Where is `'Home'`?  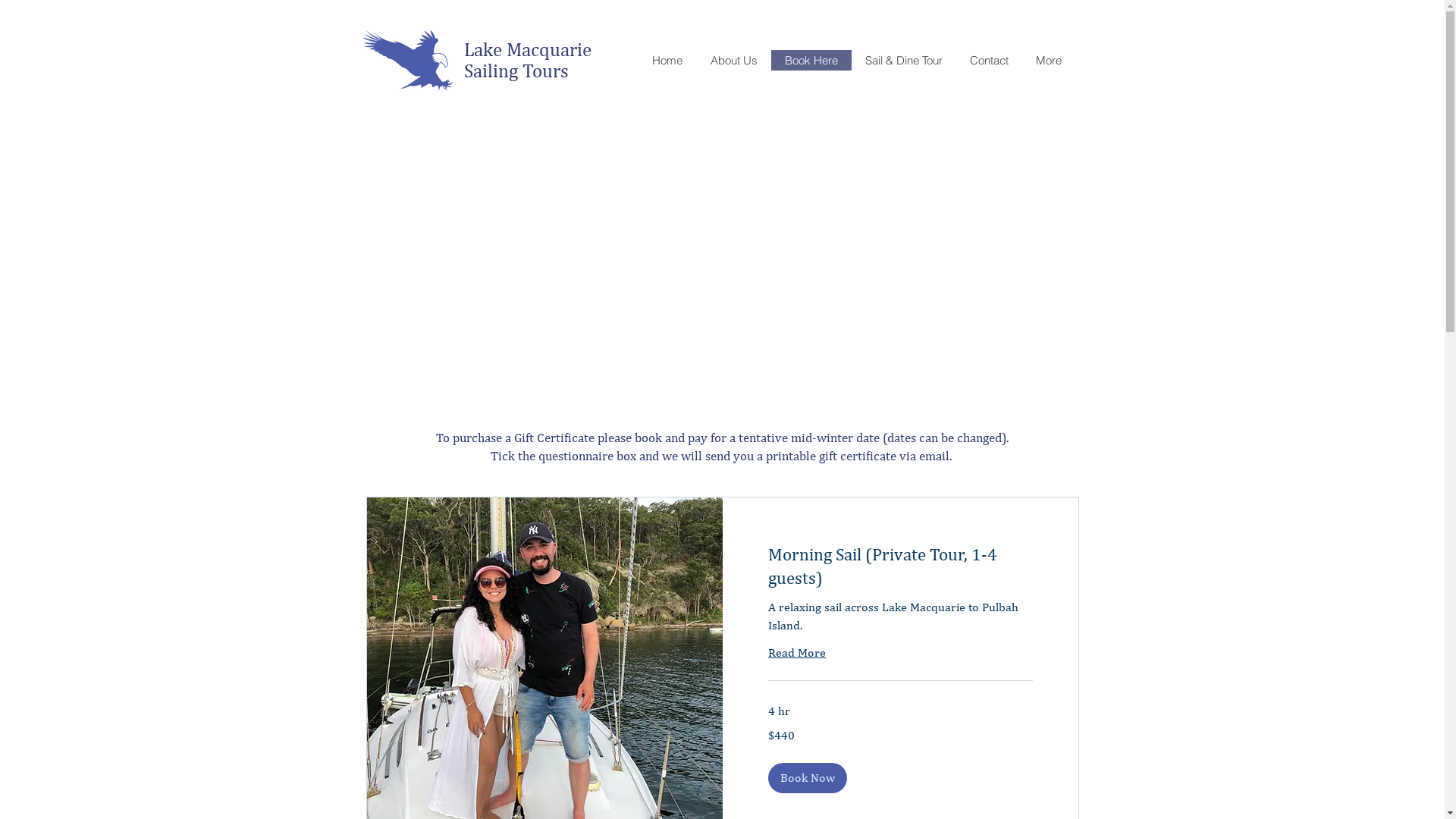
'Home' is located at coordinates (667, 59).